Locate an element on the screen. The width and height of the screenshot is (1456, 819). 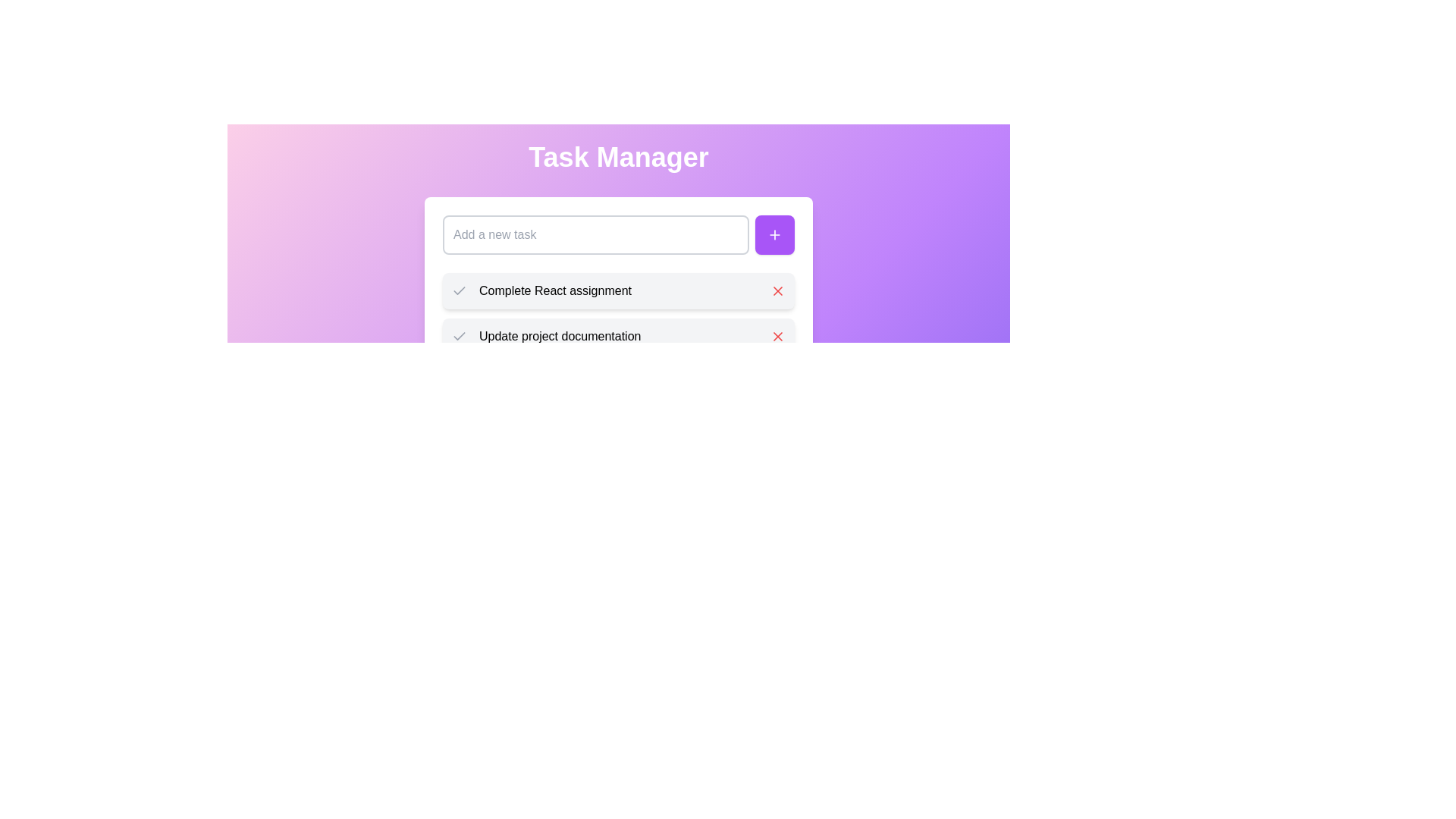
the button containing the SVG plus icon located near the top-right corner of the task input box is located at coordinates (775, 234).